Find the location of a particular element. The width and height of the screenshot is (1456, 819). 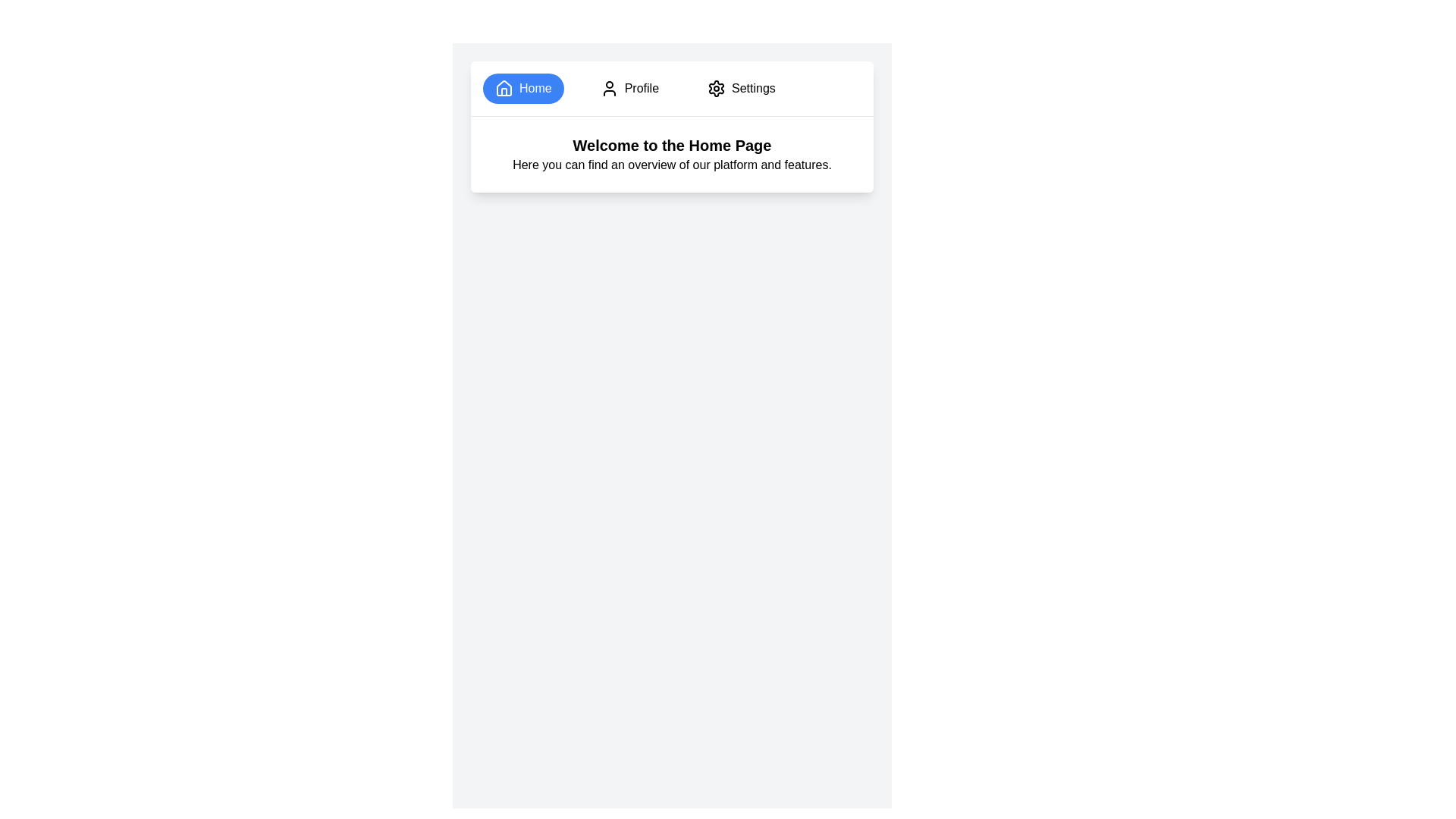

the blue rounded 'Home' button with a home icon and text is located at coordinates (523, 88).